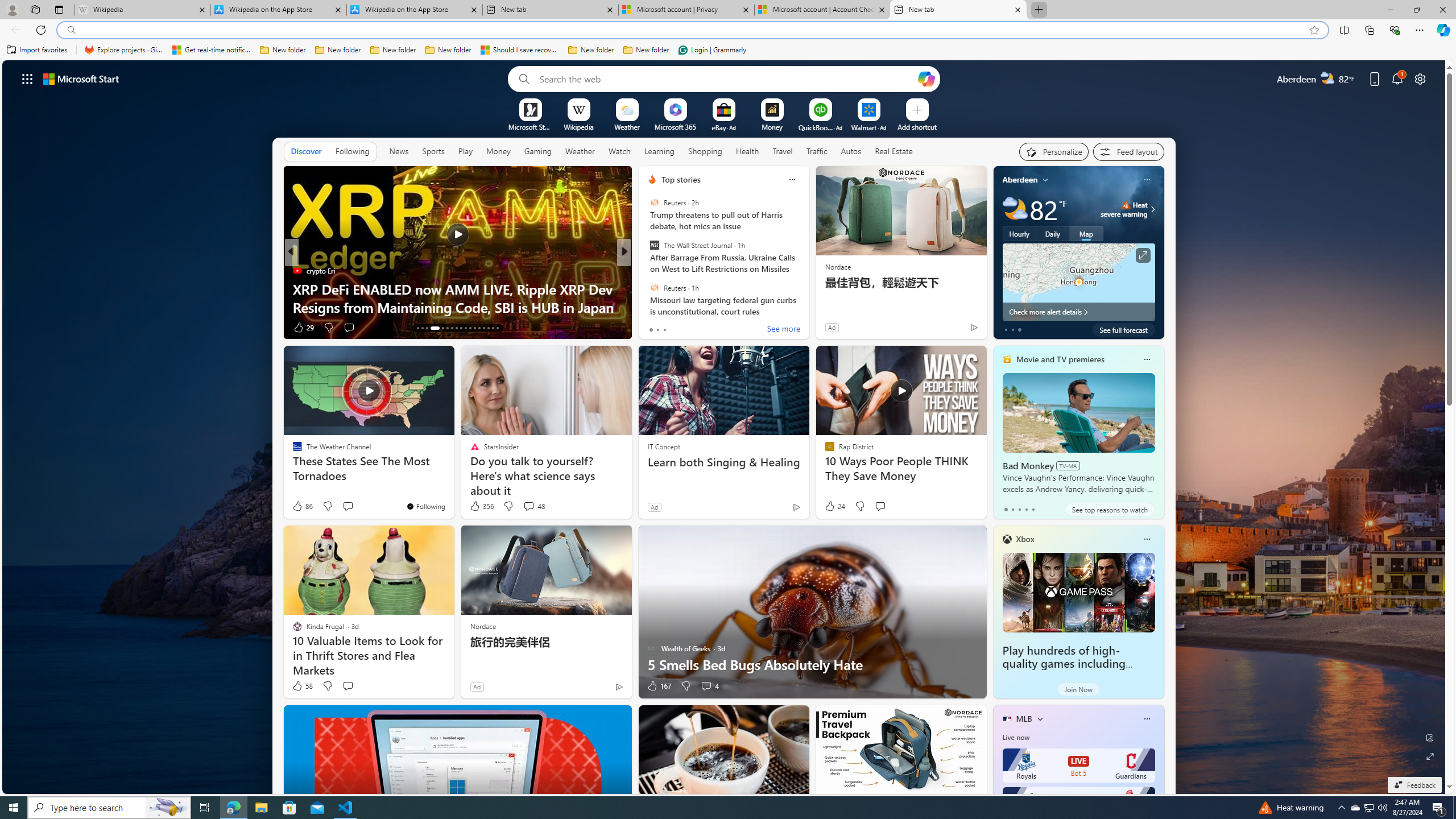 The height and width of the screenshot is (819, 1456). What do you see at coordinates (647, 270) in the screenshot?
I see `'HowToGeek'` at bounding box center [647, 270].